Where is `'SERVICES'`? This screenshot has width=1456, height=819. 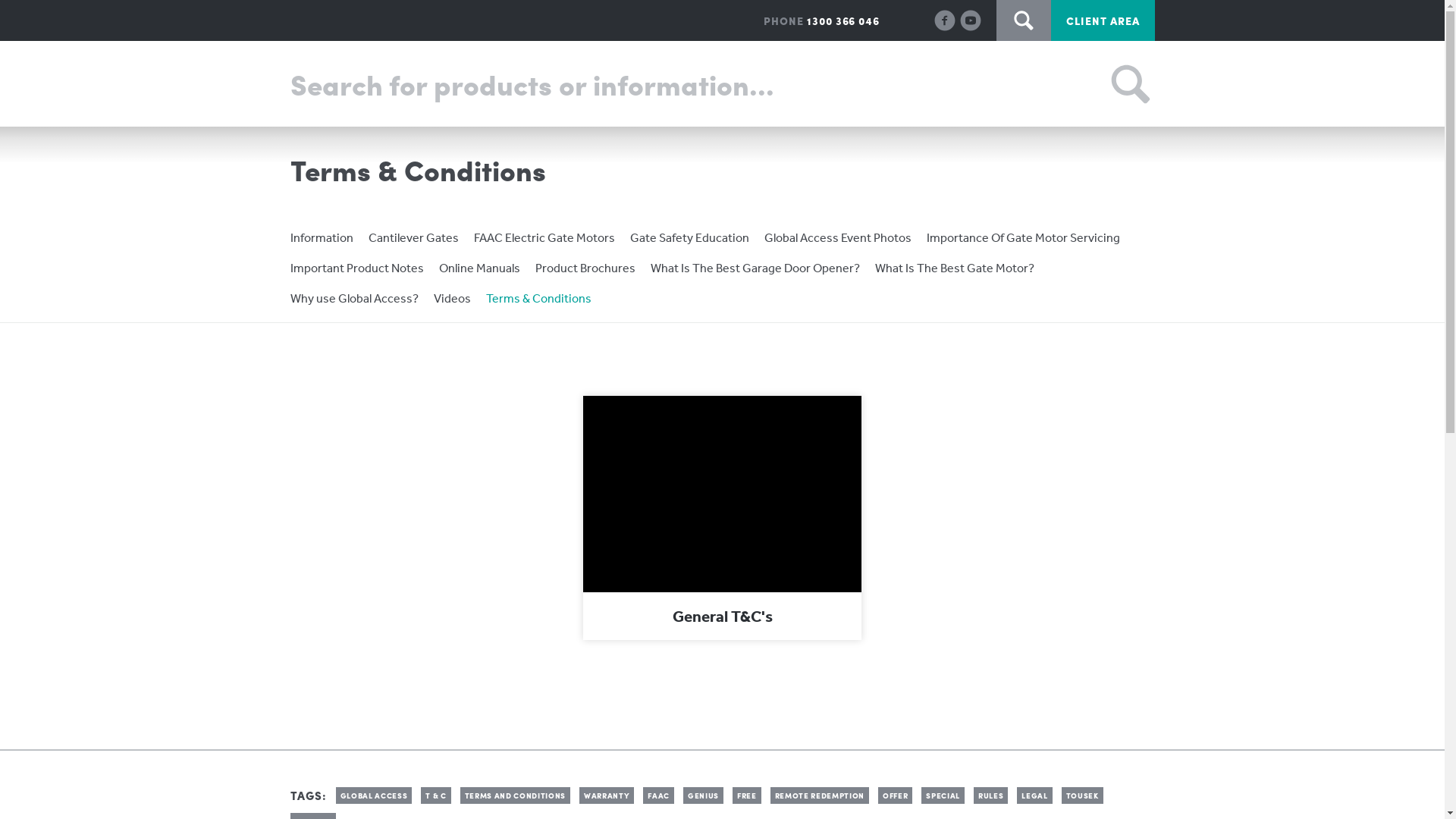 'SERVICES' is located at coordinates (808, 84).